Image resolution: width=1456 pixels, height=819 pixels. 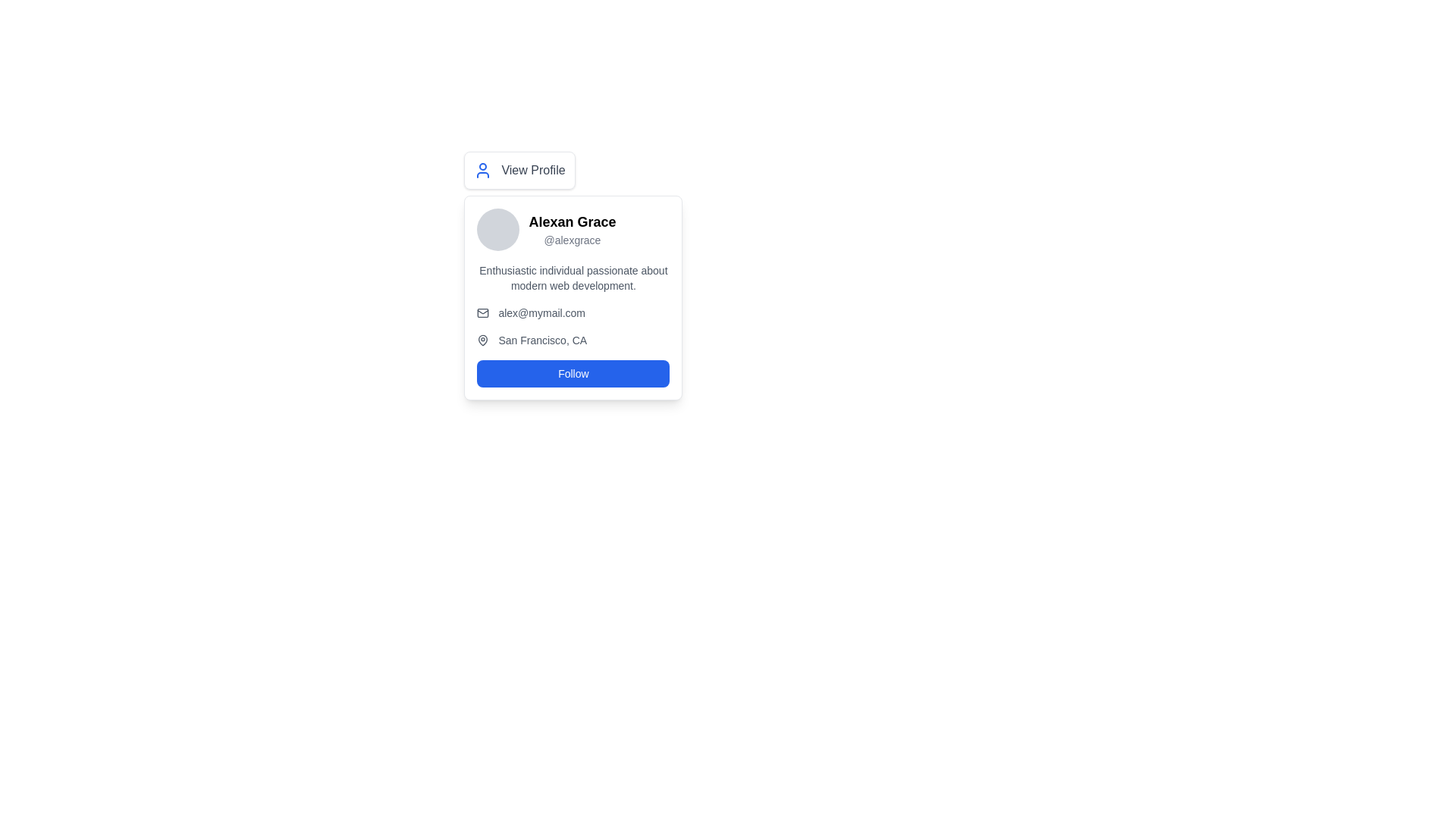 I want to click on the Text label displaying the user's email address, which is positioned to the right of an envelope icon within the user profile card, so click(x=541, y=312).